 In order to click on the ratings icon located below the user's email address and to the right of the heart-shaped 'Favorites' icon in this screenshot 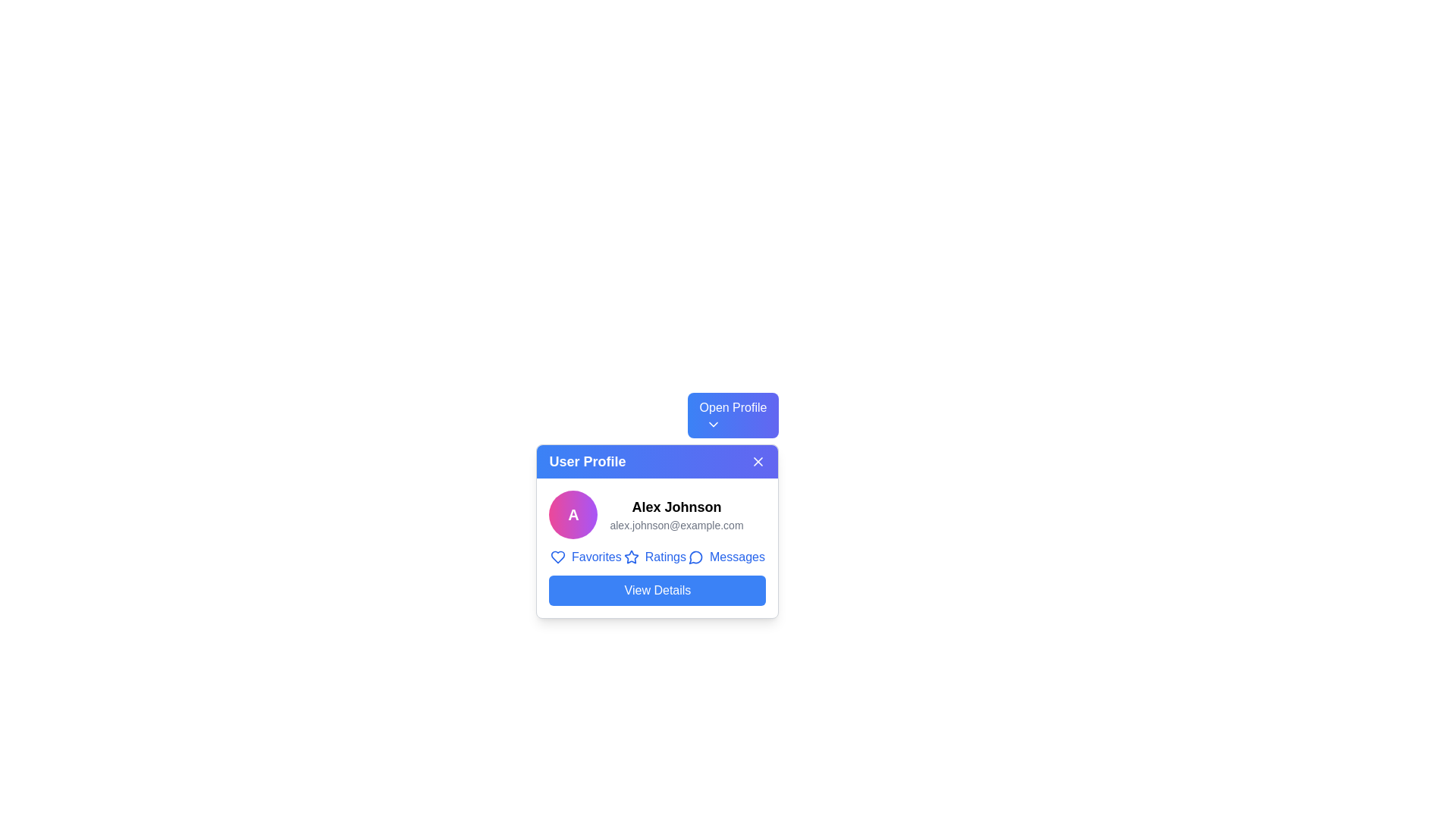, I will do `click(631, 557)`.